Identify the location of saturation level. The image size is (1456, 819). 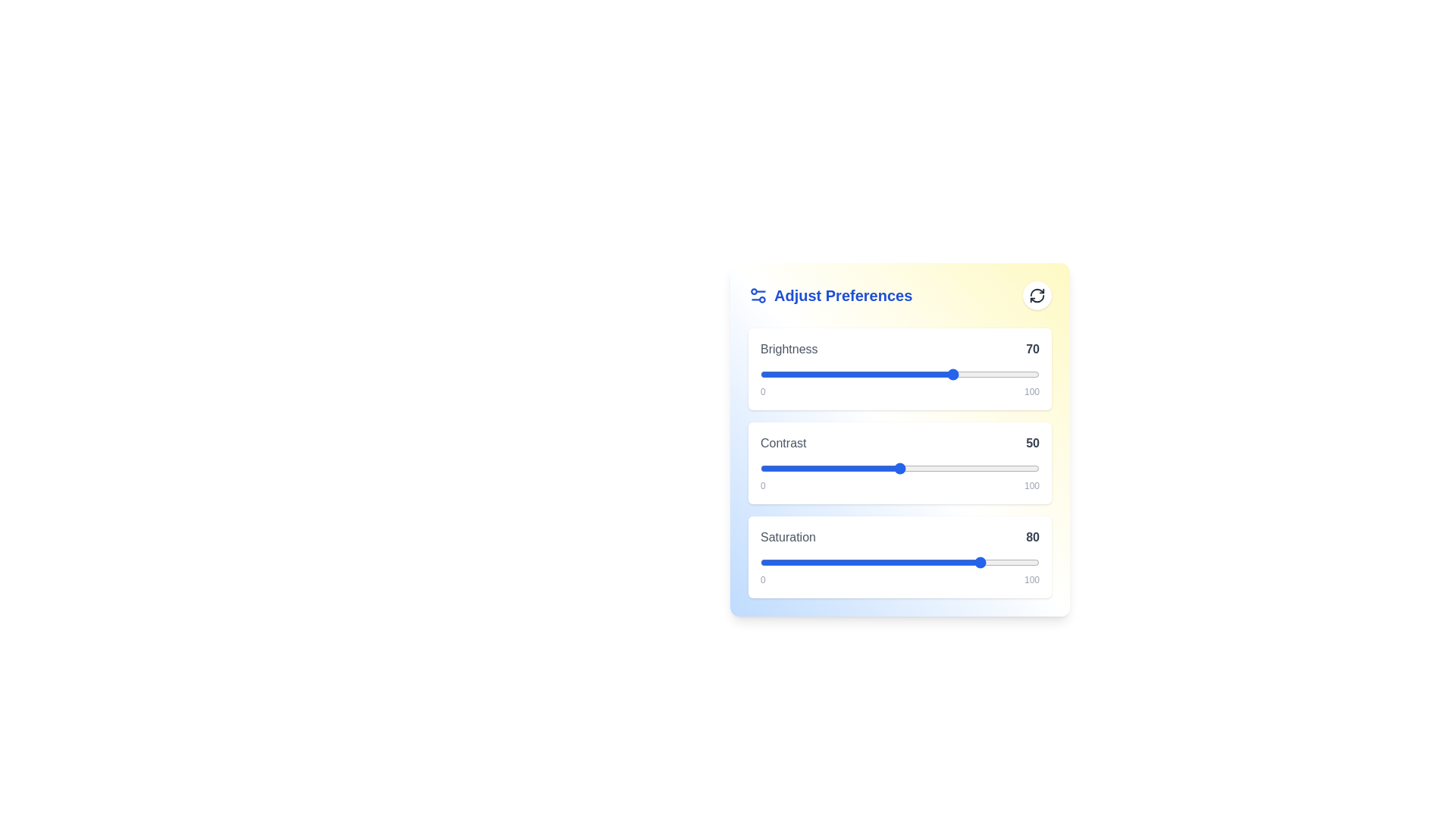
(1014, 562).